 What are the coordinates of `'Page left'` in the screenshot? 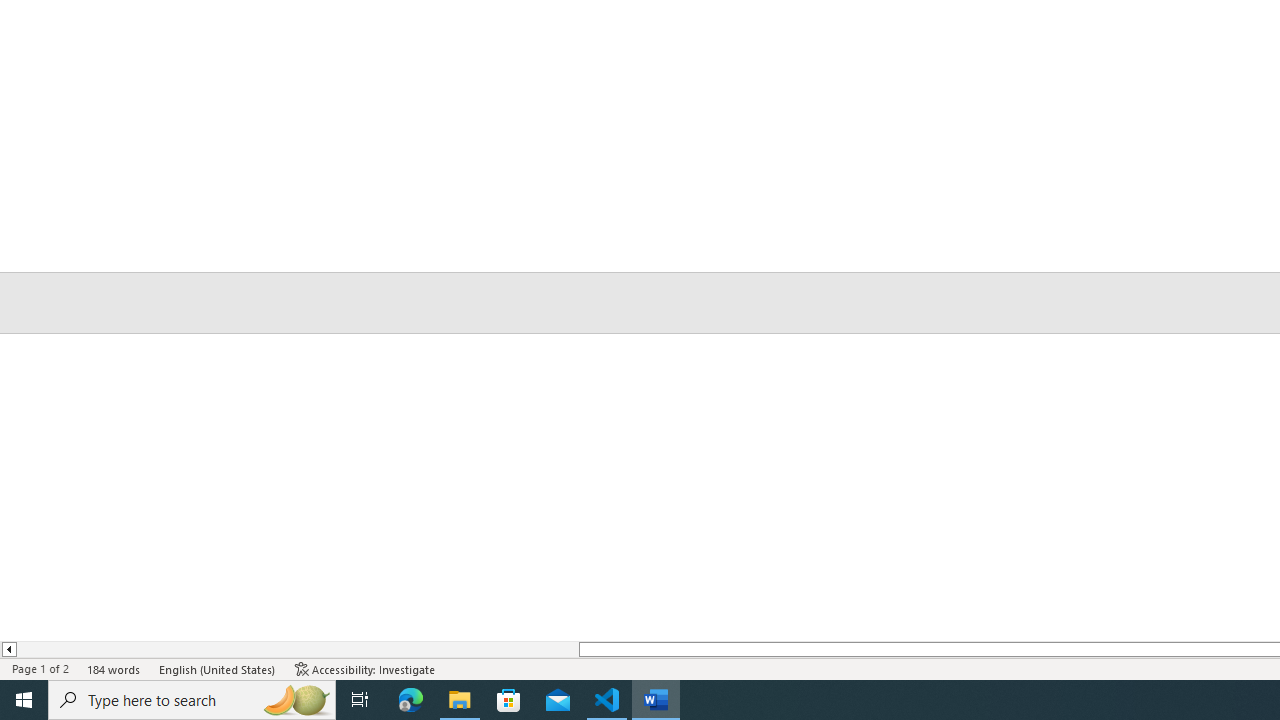 It's located at (296, 649).